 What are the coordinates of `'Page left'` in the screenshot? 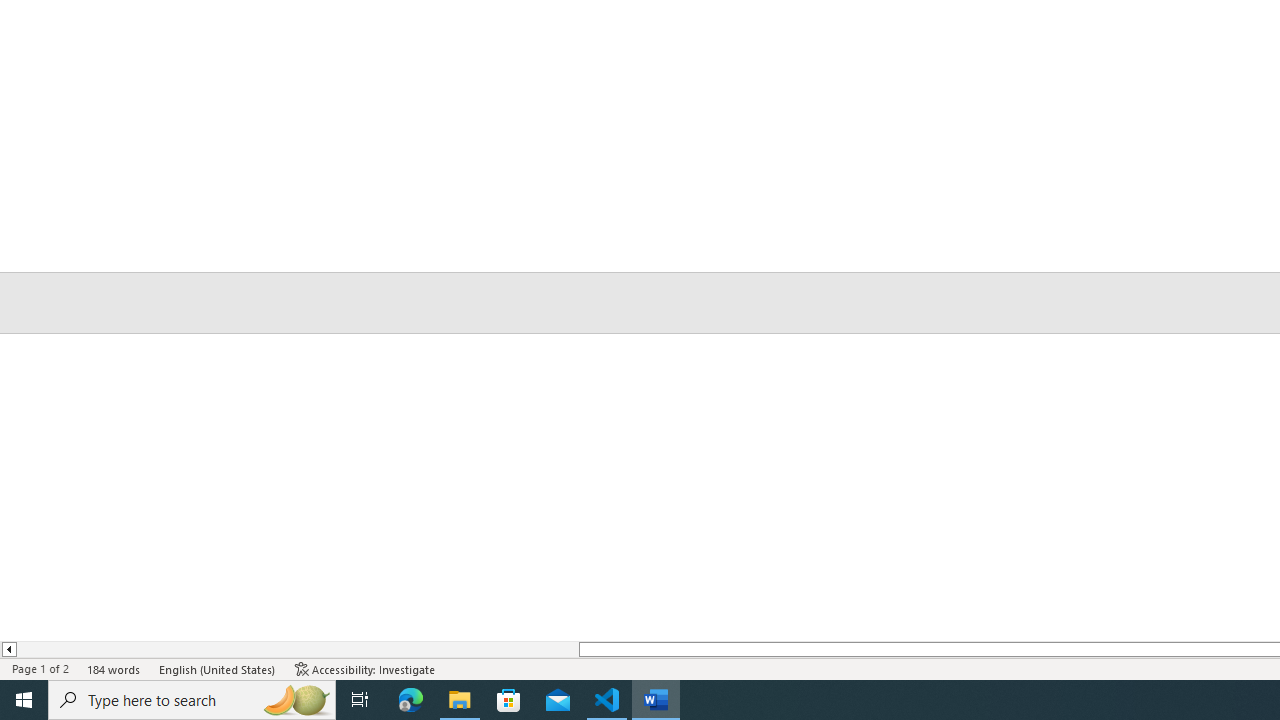 It's located at (296, 649).